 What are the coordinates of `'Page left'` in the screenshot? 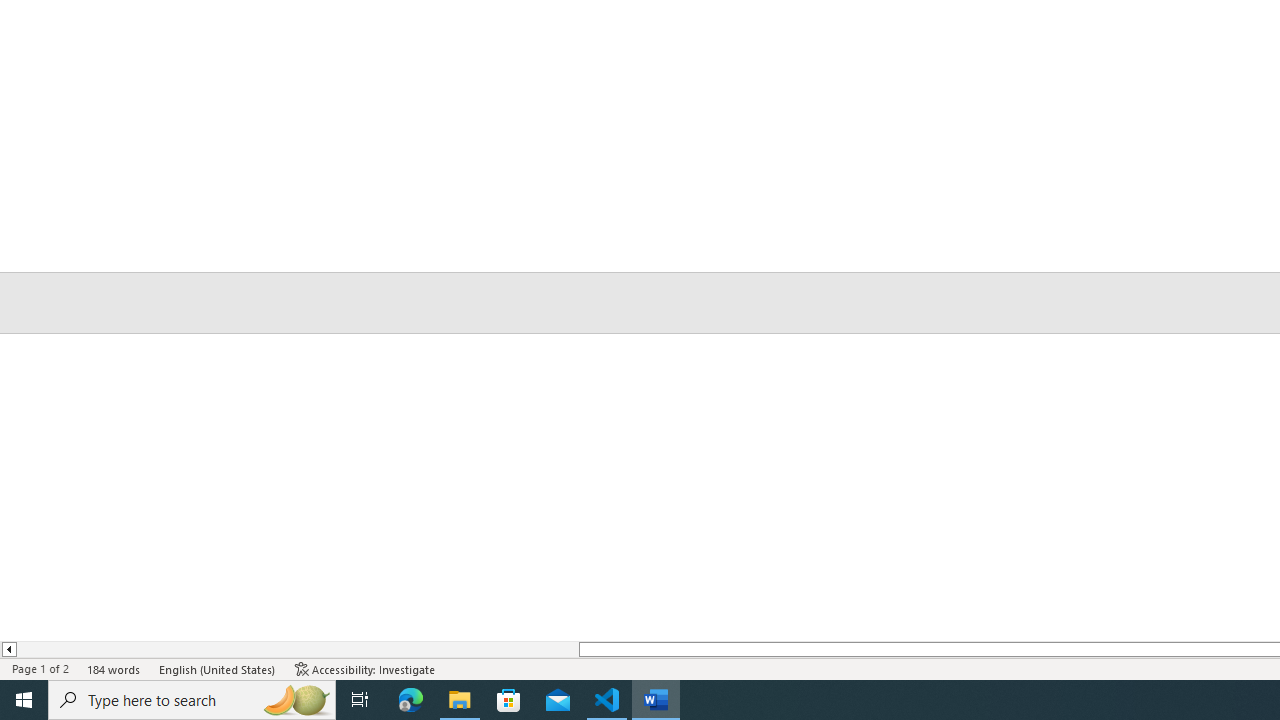 It's located at (296, 649).